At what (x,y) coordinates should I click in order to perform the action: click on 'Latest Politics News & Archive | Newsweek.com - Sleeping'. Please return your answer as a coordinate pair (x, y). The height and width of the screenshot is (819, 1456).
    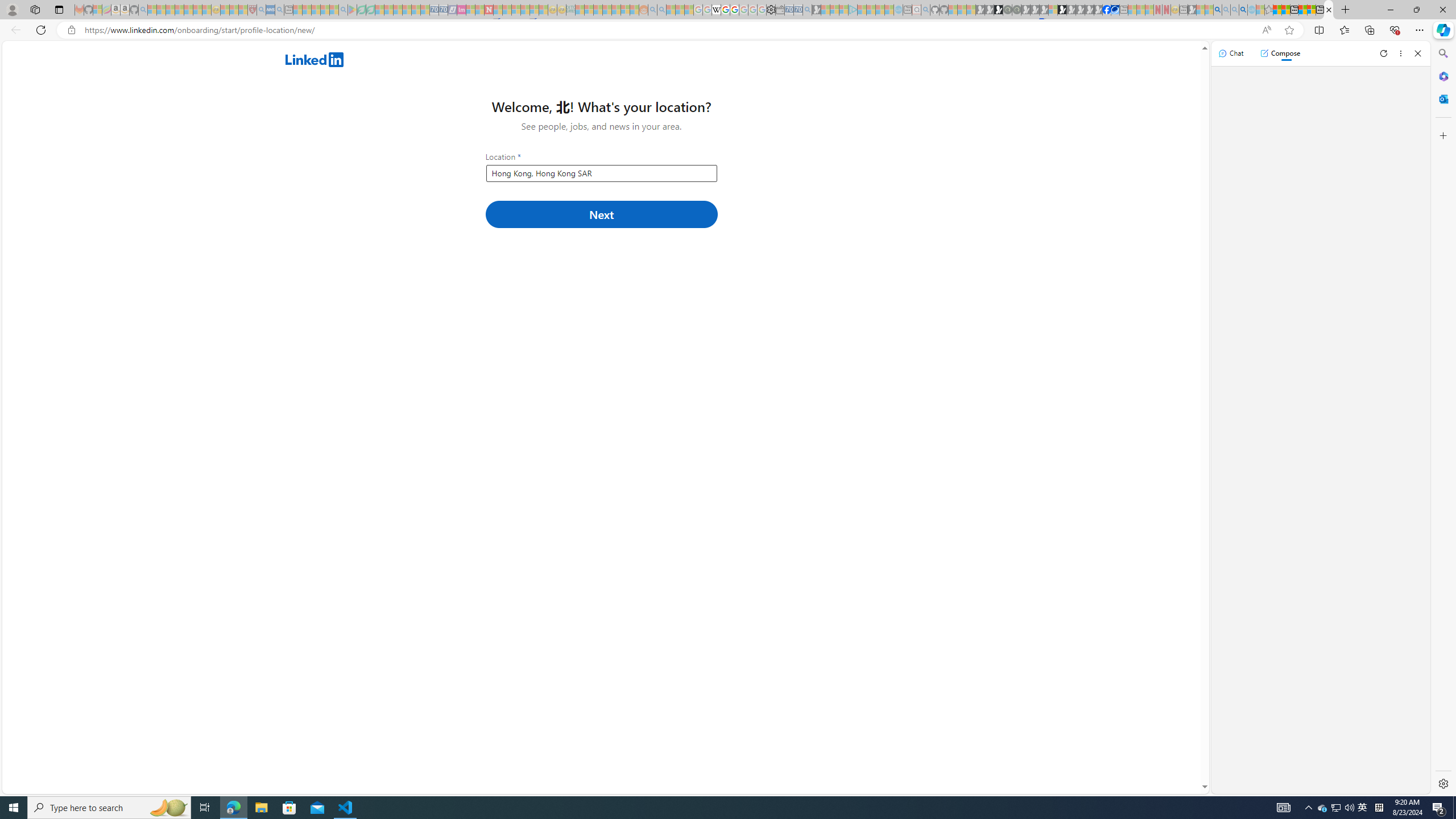
    Looking at the image, I should click on (487, 9).